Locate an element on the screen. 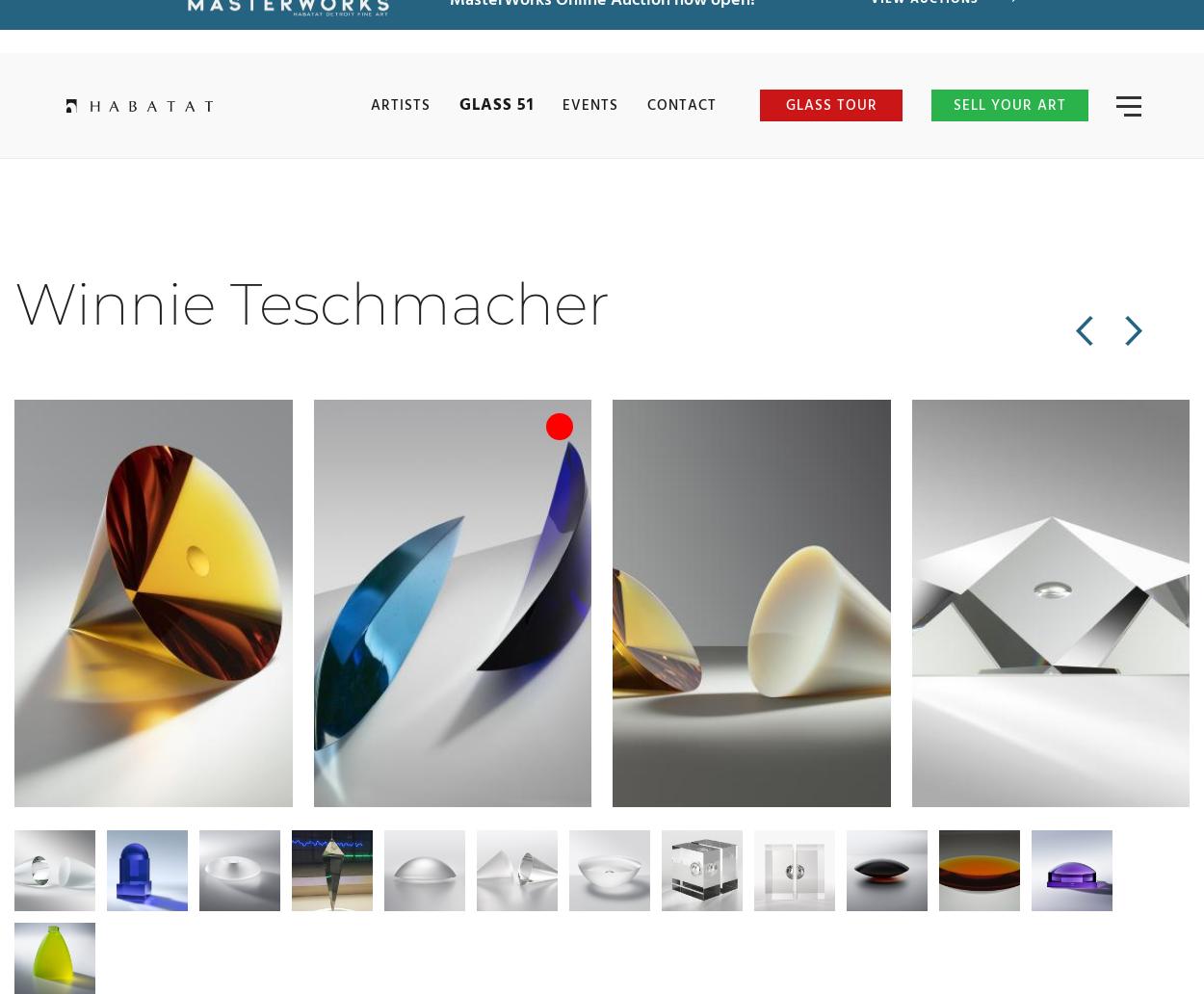 This screenshot has height=994, width=1204. 'Next Artist >' is located at coordinates (209, 330).